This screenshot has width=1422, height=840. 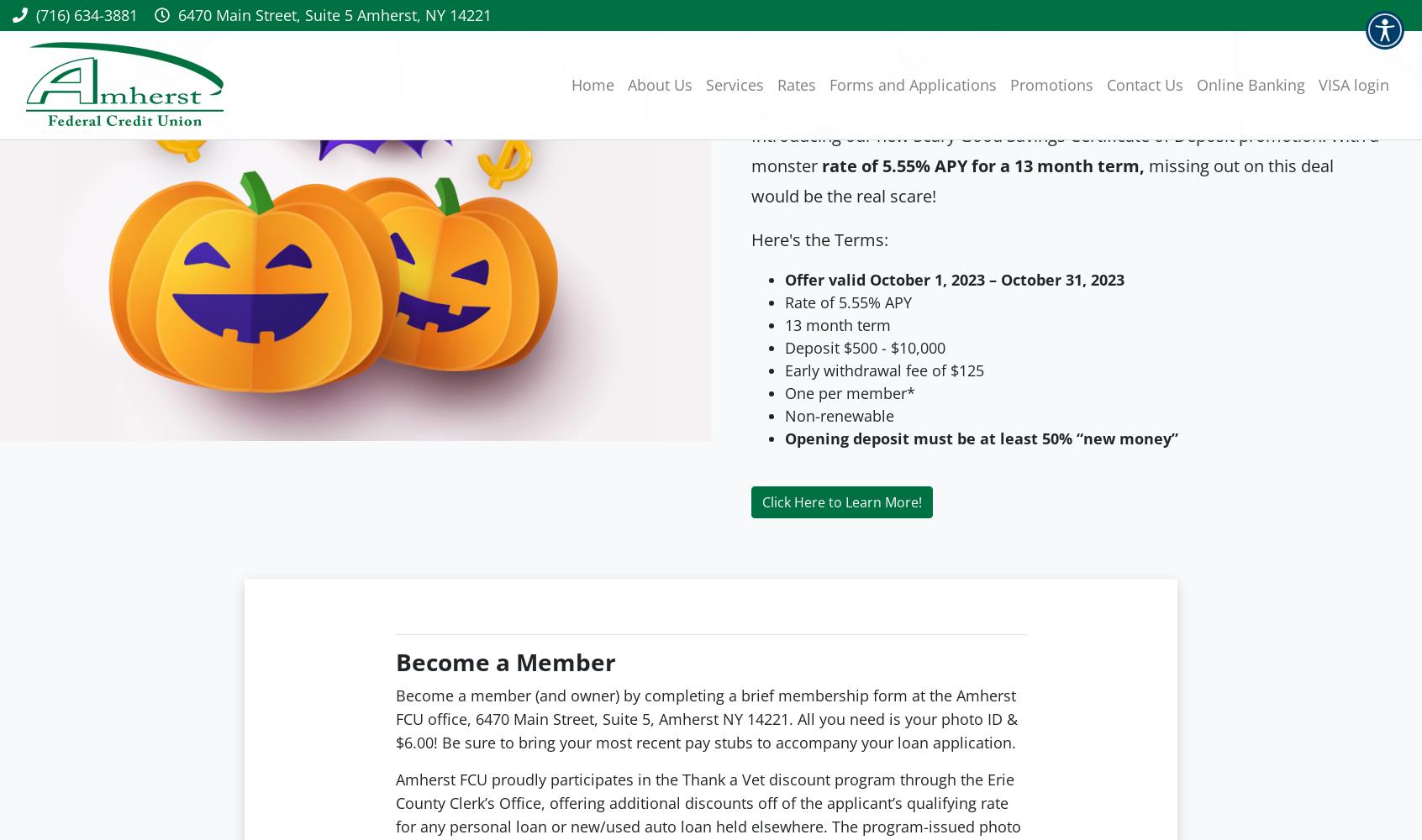 I want to click on 'Services', so click(x=734, y=84).